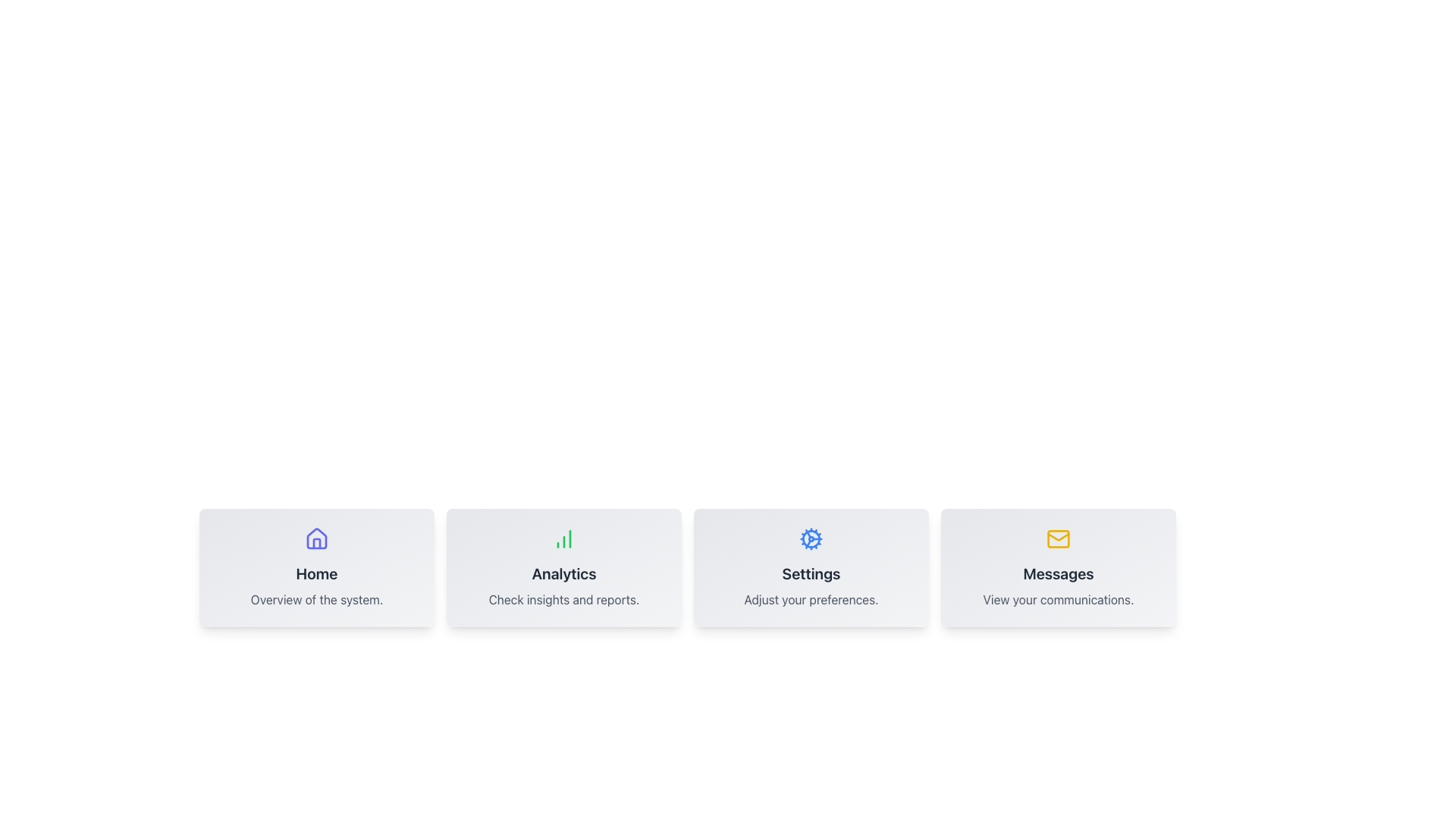 This screenshot has height=819, width=1456. I want to click on the third Informational card in the grid layout, which contains a cogwheel icon at the top center and is positioned between the 'Analytics' and 'Messages' cards, so click(811, 567).